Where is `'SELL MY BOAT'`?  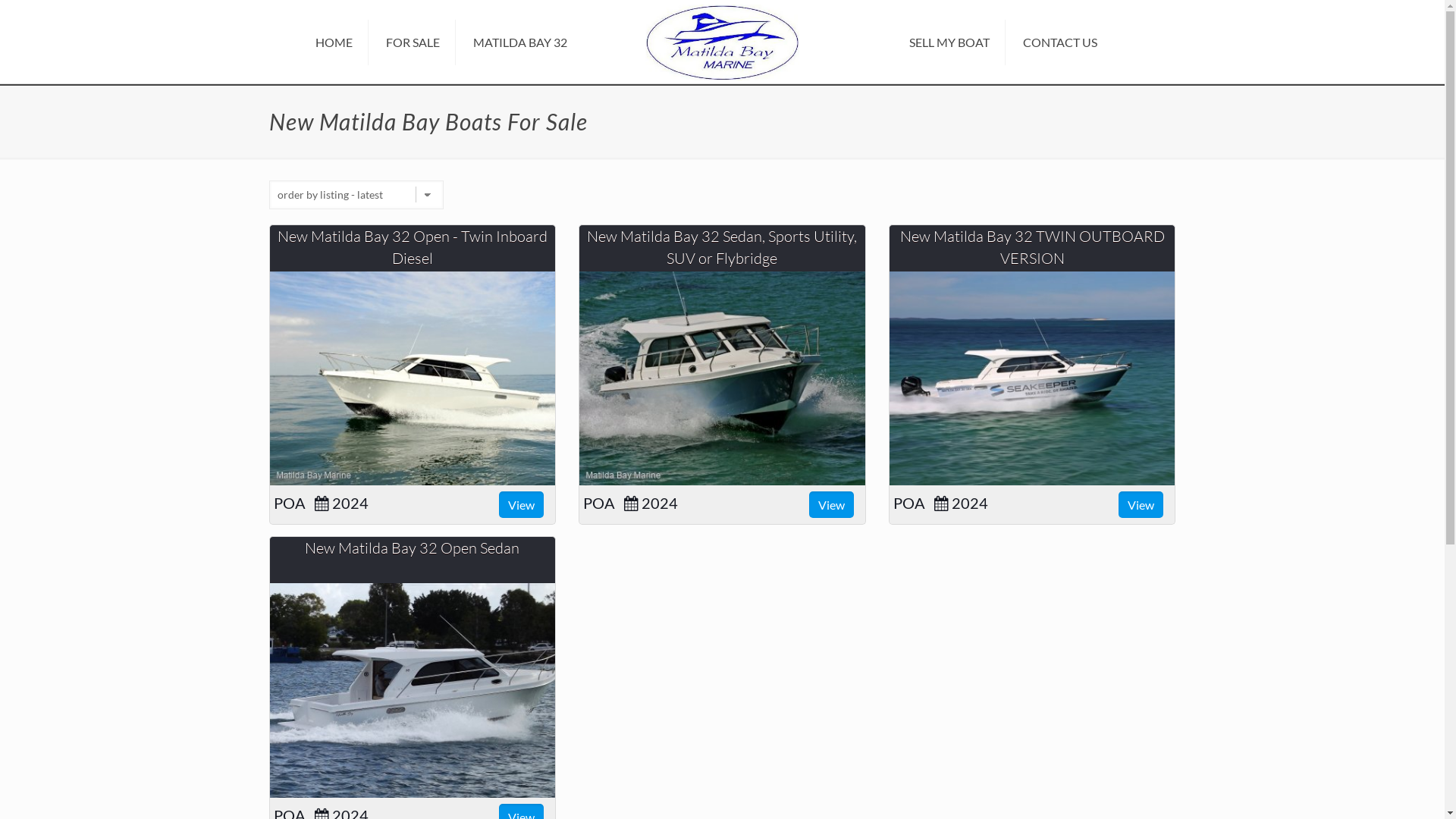 'SELL MY BOAT' is located at coordinates (949, 42).